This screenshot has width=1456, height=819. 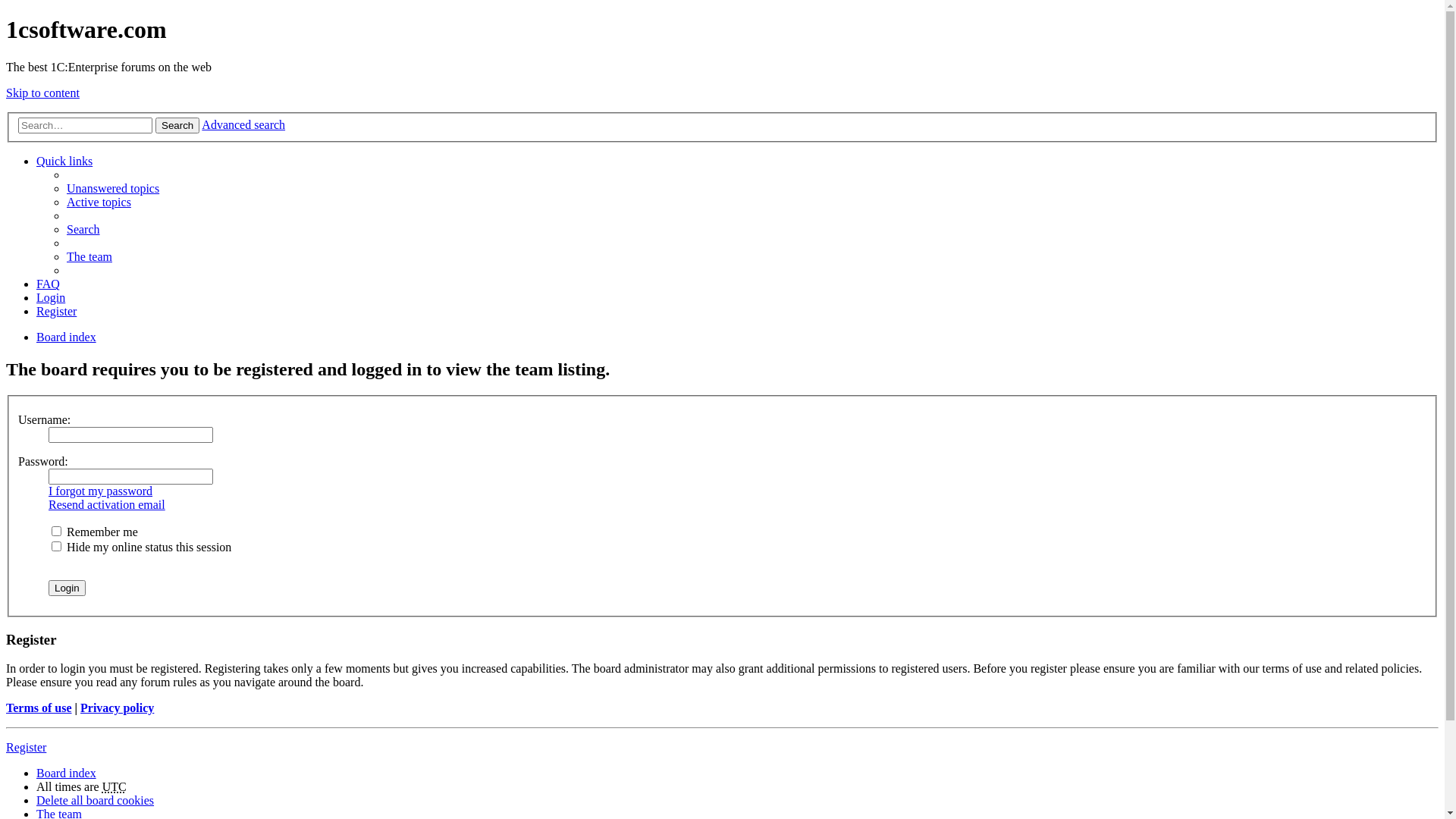 What do you see at coordinates (48, 491) in the screenshot?
I see `'I forgot my password'` at bounding box center [48, 491].